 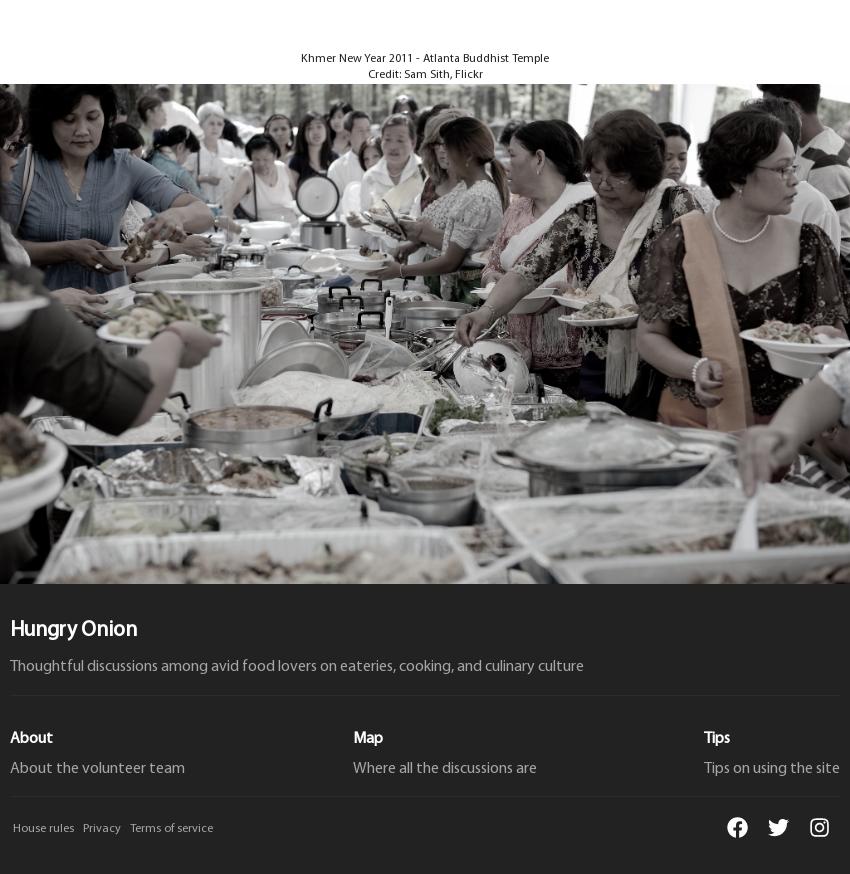 I want to click on 'Privacy', so click(x=101, y=828).